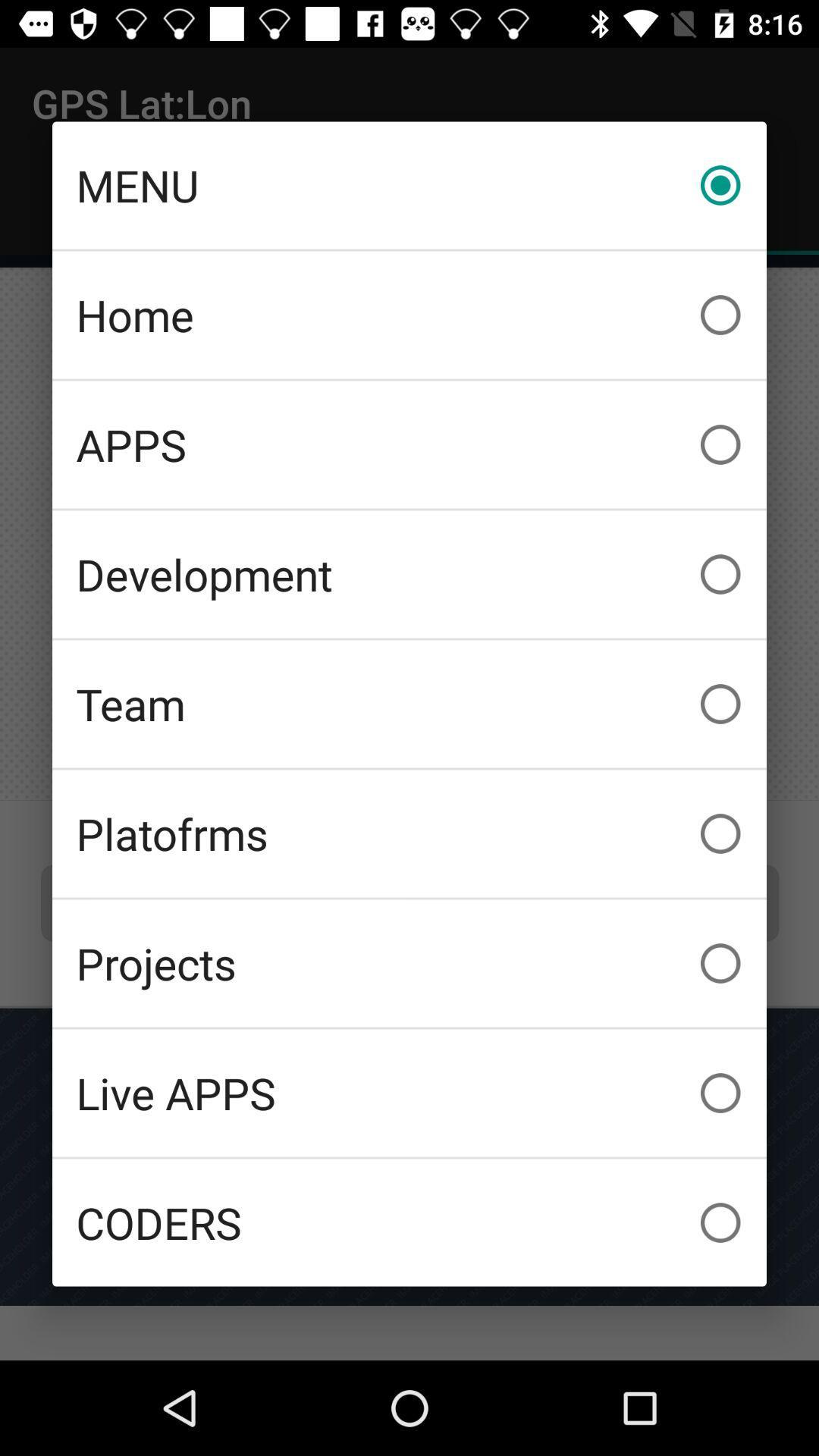 The width and height of the screenshot is (819, 1456). I want to click on projects icon, so click(409, 962).